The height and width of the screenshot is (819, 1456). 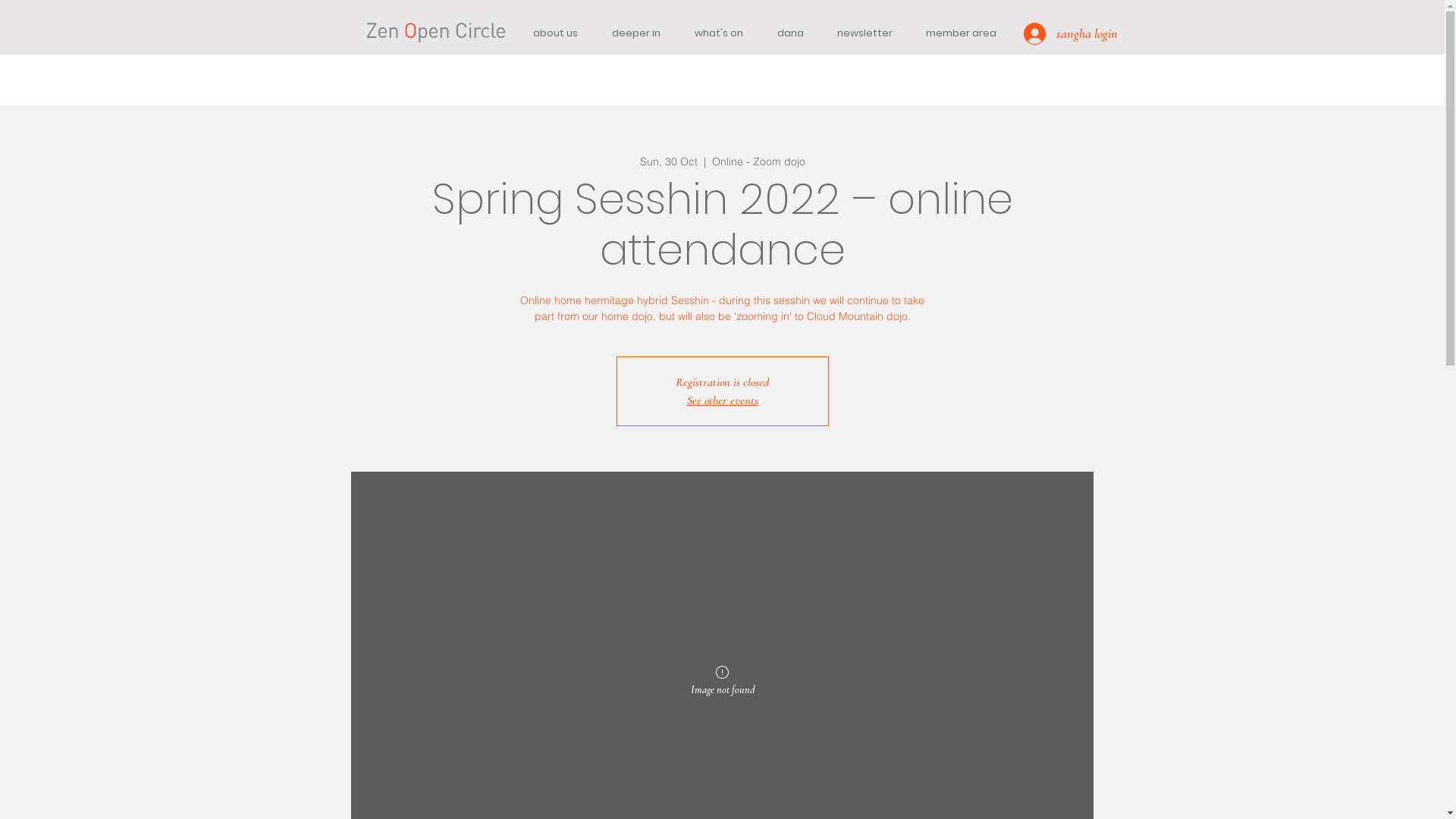 I want to click on 'dana', so click(x=789, y=33).